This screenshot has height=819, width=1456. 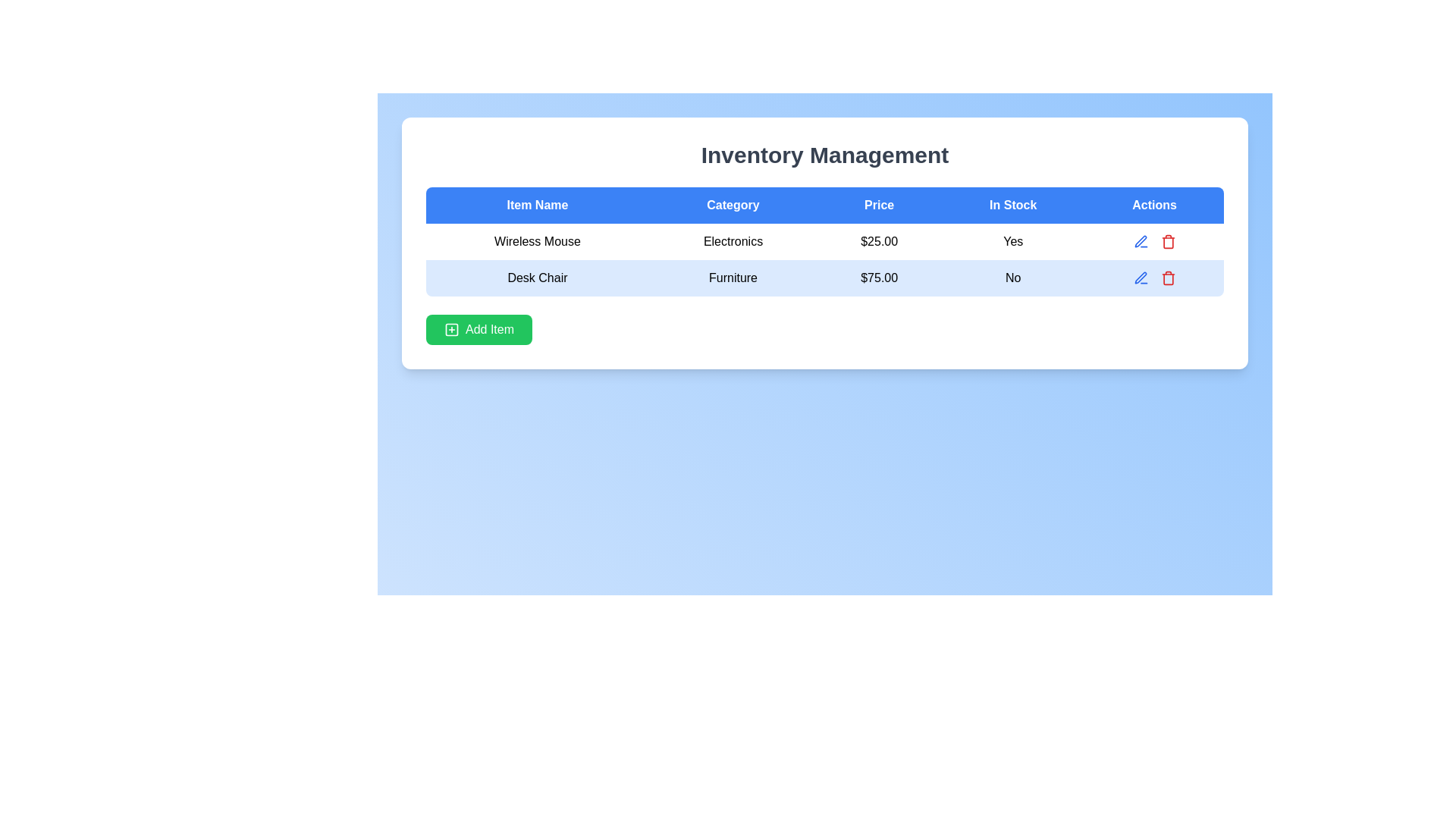 I want to click on the blue rectangle containing the white text 'Actions', which is the fifth column header in the table header row, so click(x=1153, y=205).